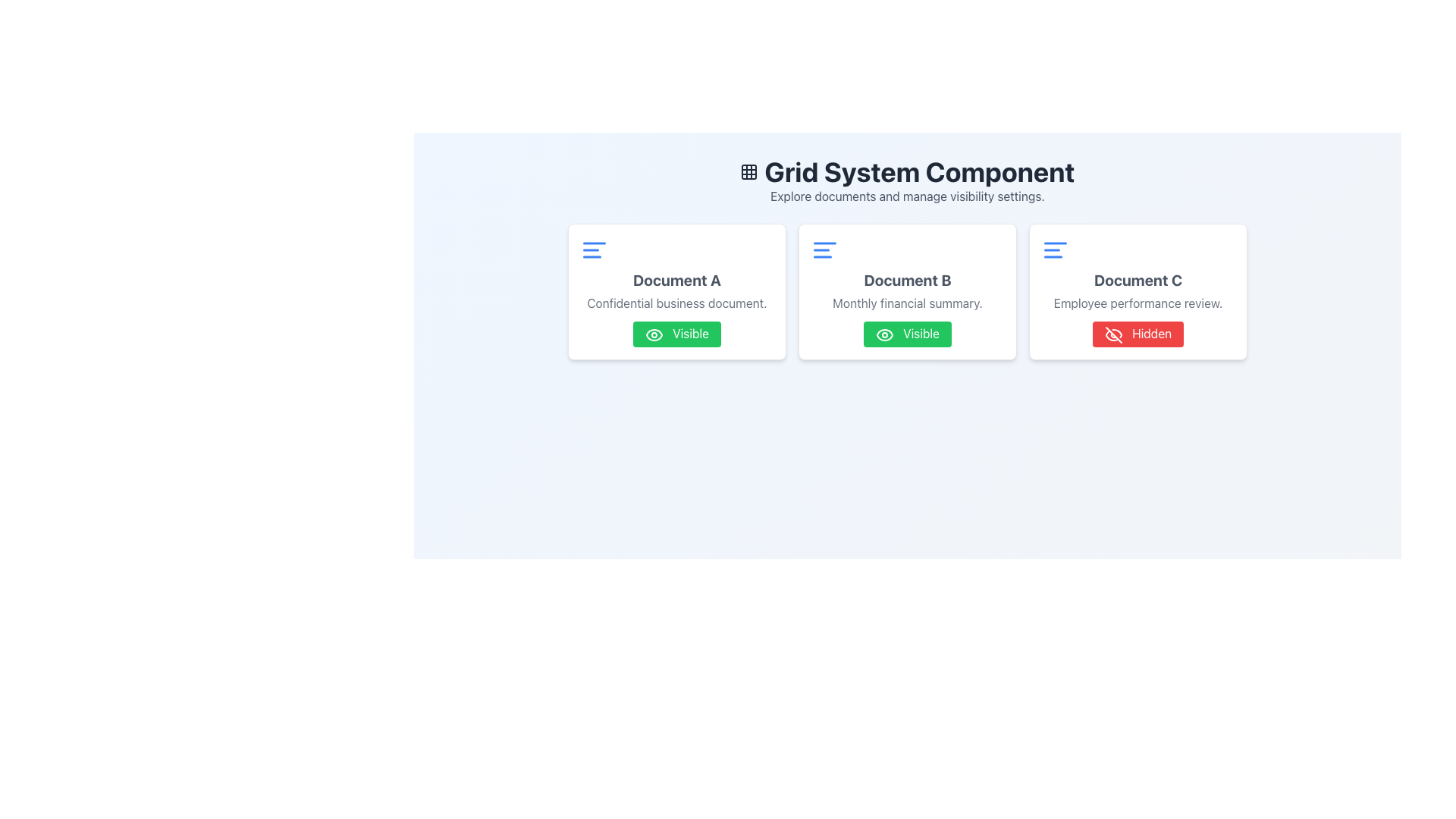  Describe the element at coordinates (676, 333) in the screenshot. I see `the rectangular button with a green background, white eye icon, and the text 'Visible'` at that location.